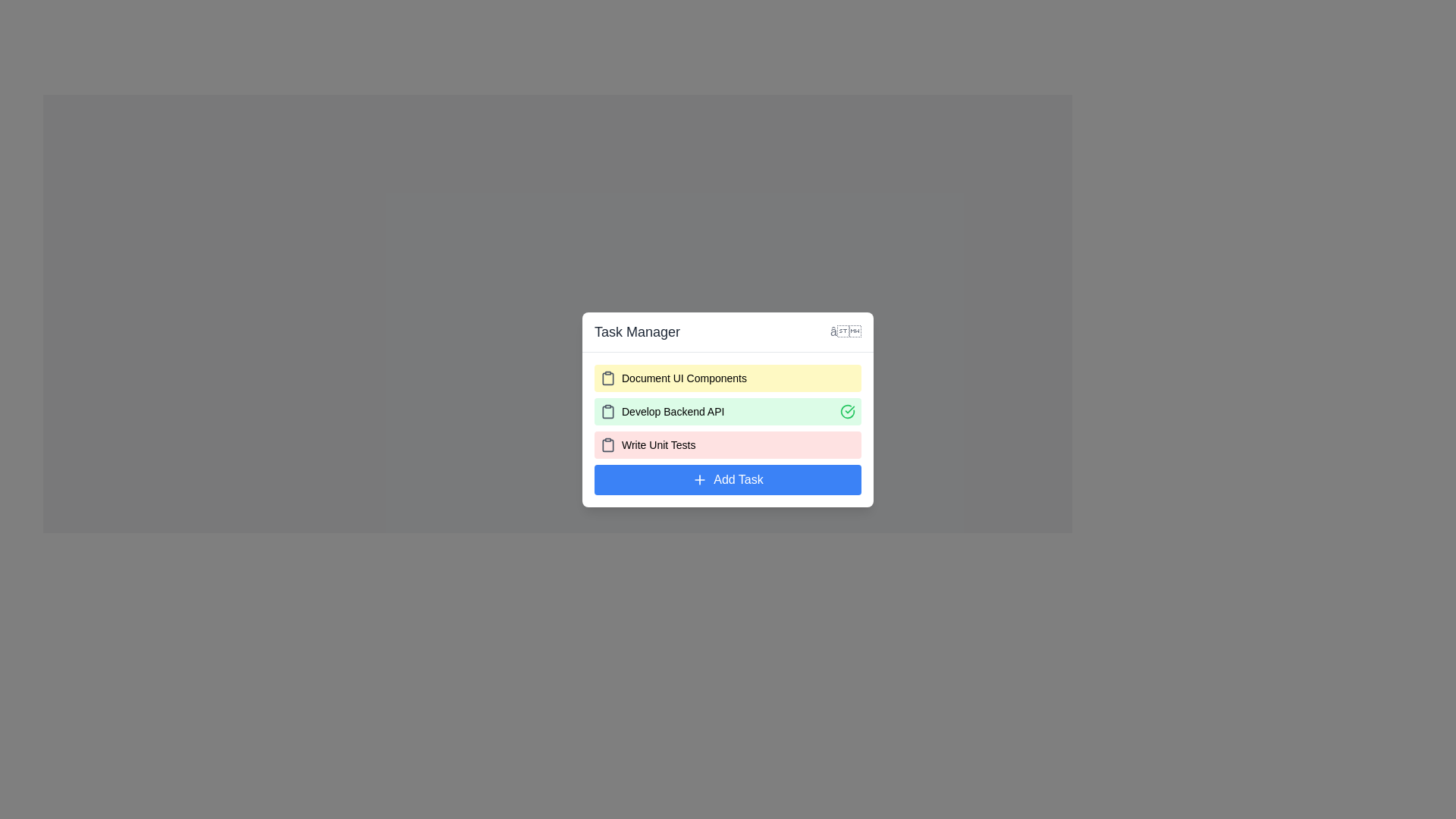  I want to click on the clipboard icon located to the left of the text 'Write Unit Tests' in the task manager interface, so click(607, 444).